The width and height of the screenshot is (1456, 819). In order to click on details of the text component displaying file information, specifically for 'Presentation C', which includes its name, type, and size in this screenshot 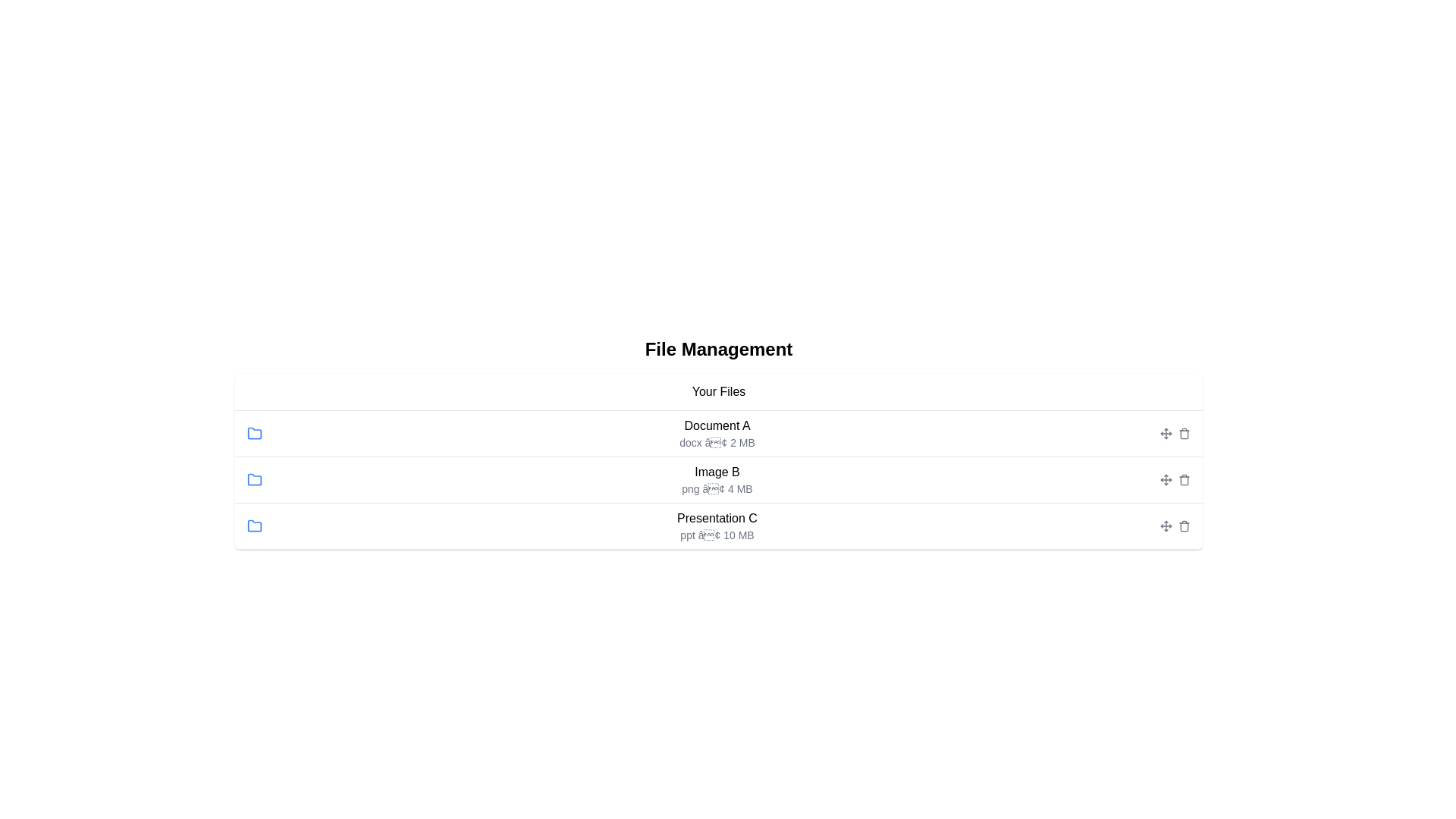, I will do `click(716, 526)`.